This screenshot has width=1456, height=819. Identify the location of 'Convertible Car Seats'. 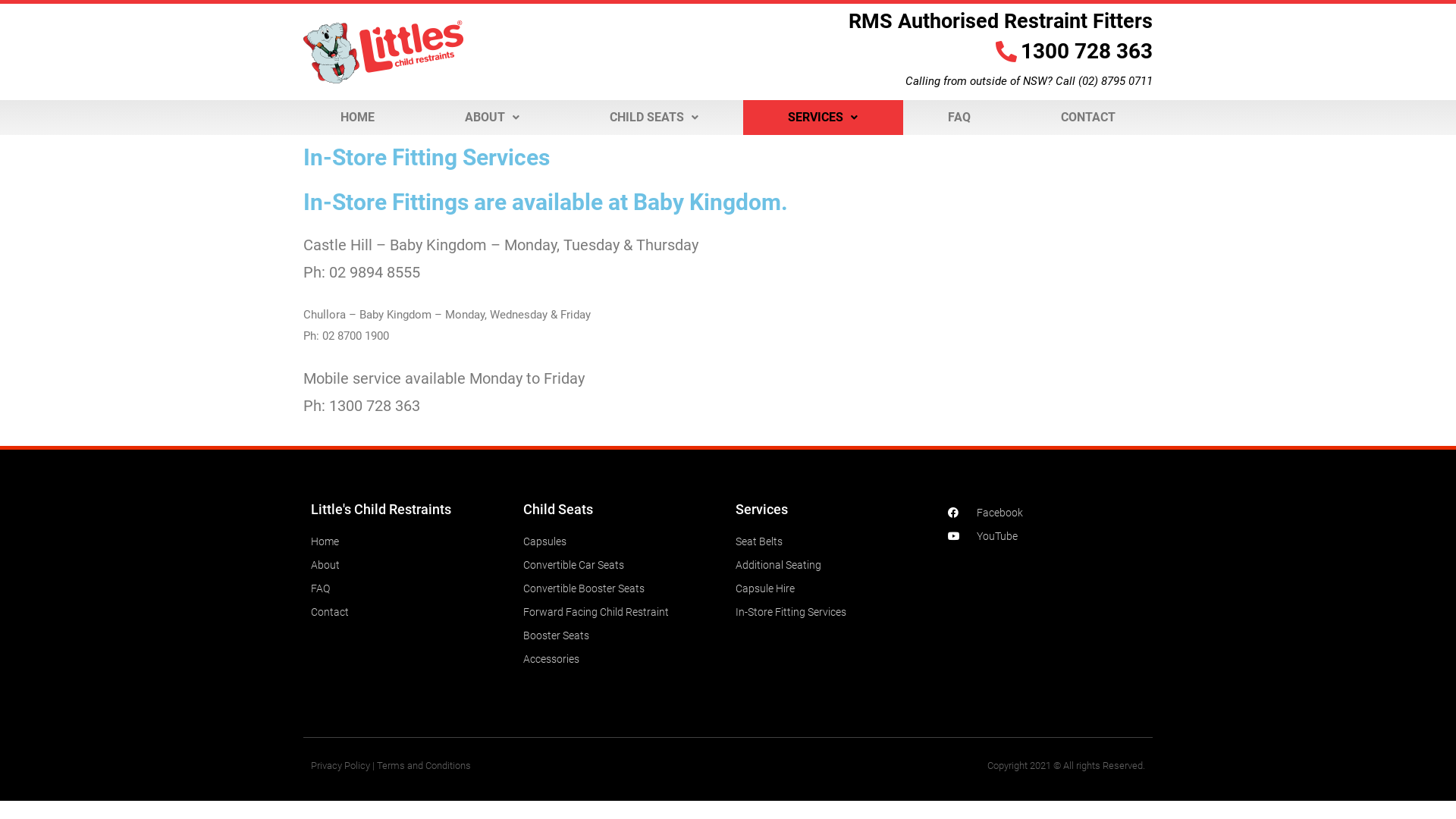
(622, 564).